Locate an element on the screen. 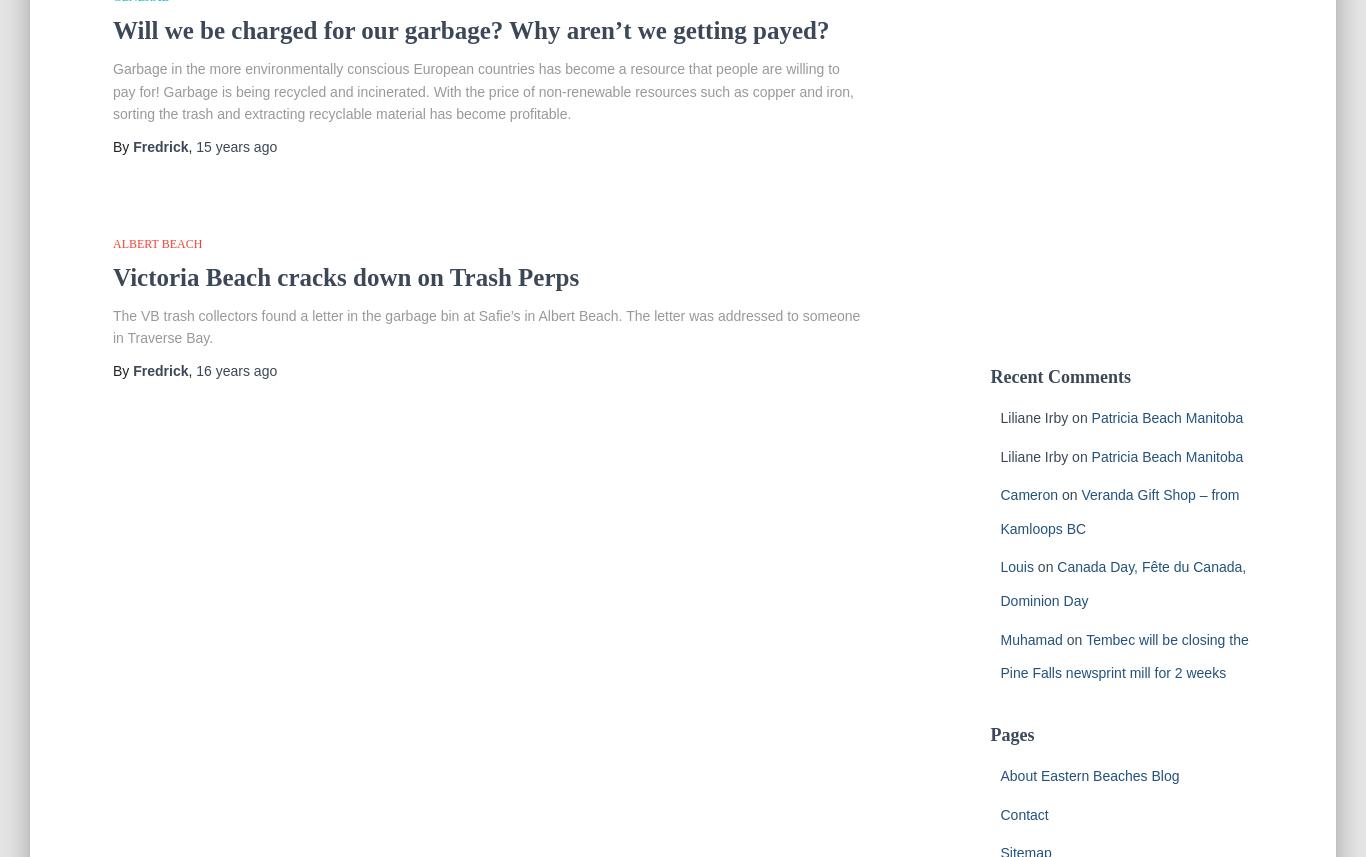 This screenshot has height=857, width=1366. 'Louis' is located at coordinates (1016, 566).